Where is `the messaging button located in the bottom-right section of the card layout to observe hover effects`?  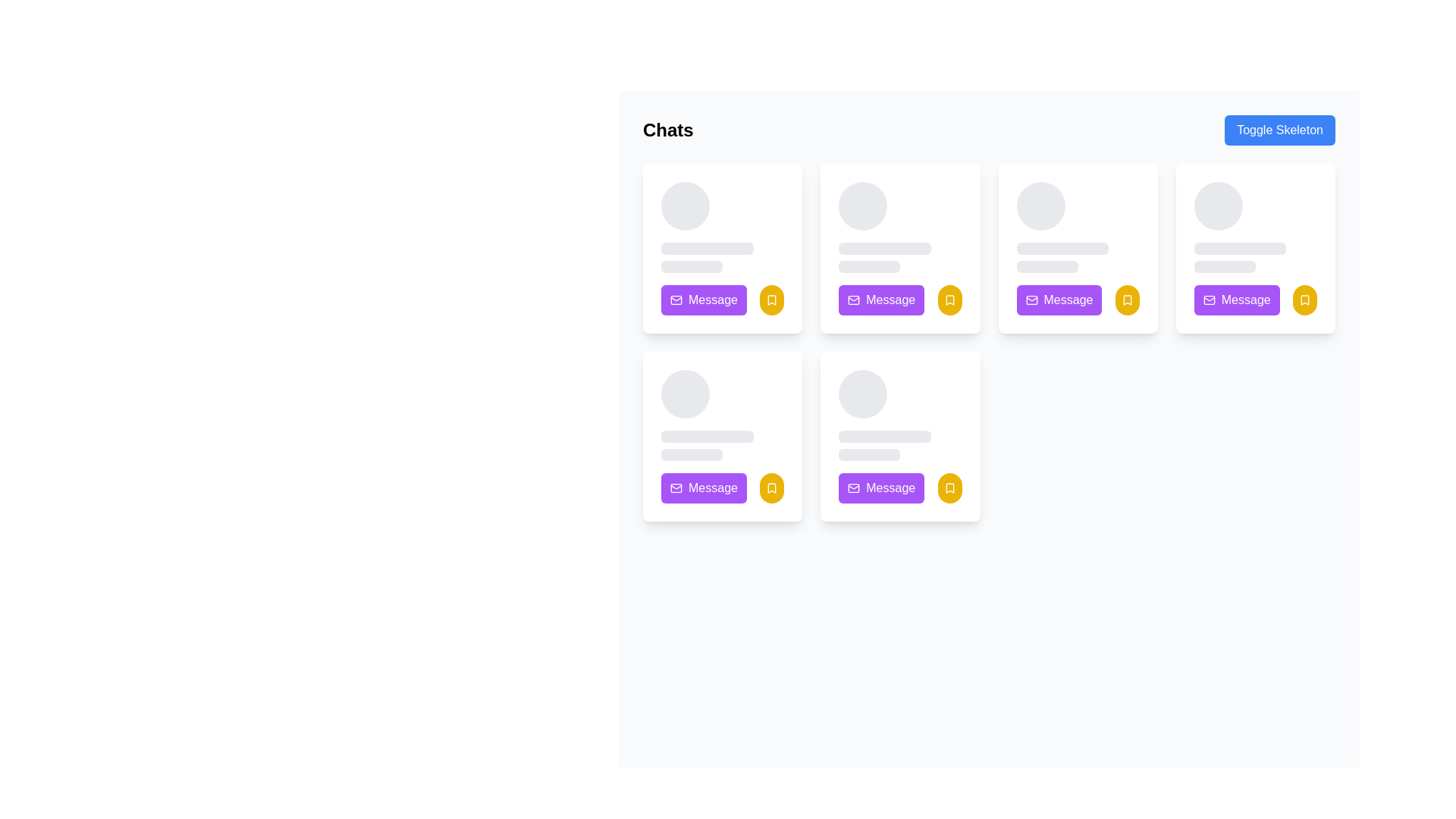
the messaging button located in the bottom-right section of the card layout to observe hover effects is located at coordinates (1237, 300).